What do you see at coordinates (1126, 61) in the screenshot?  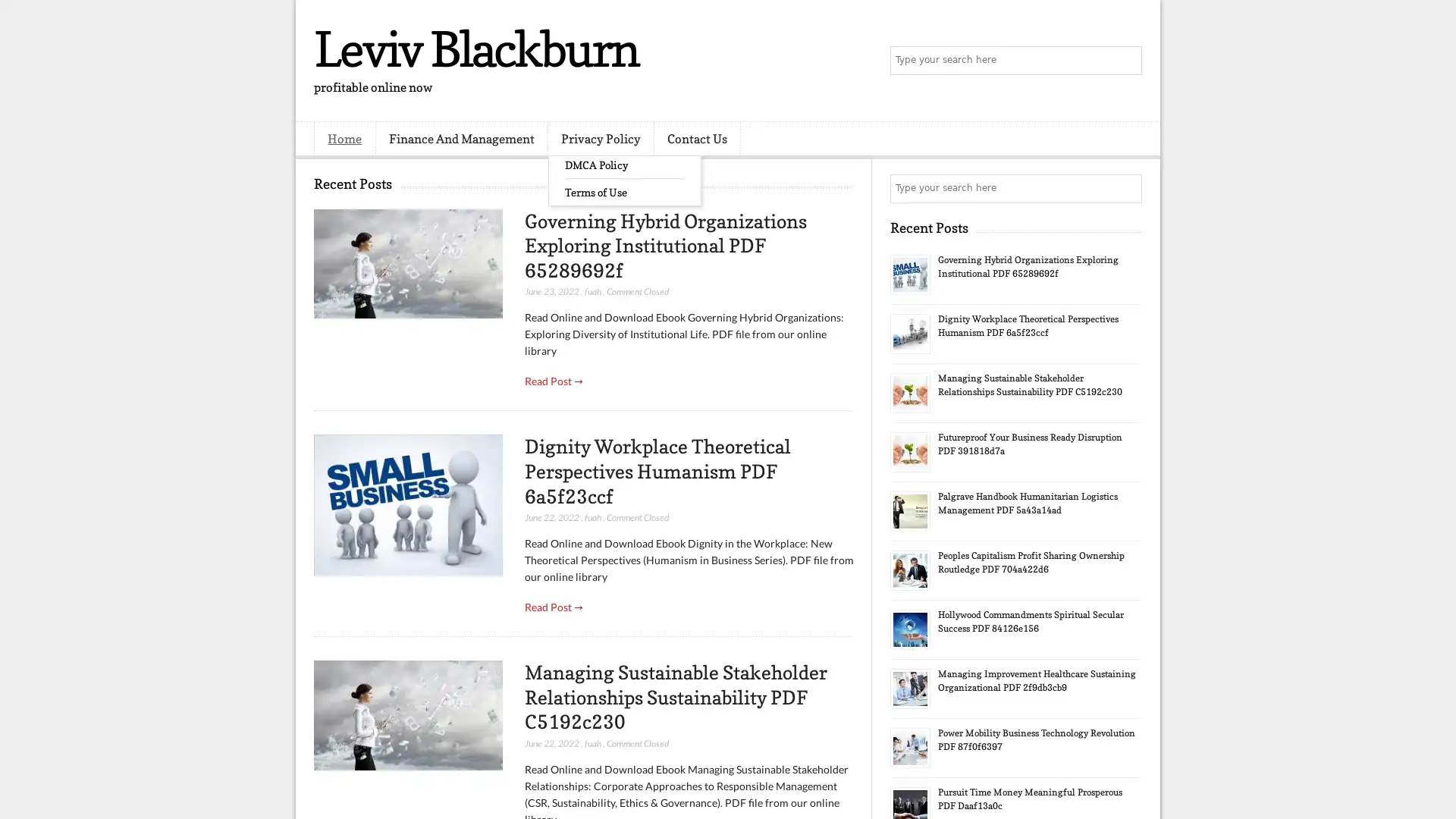 I see `Search` at bounding box center [1126, 61].